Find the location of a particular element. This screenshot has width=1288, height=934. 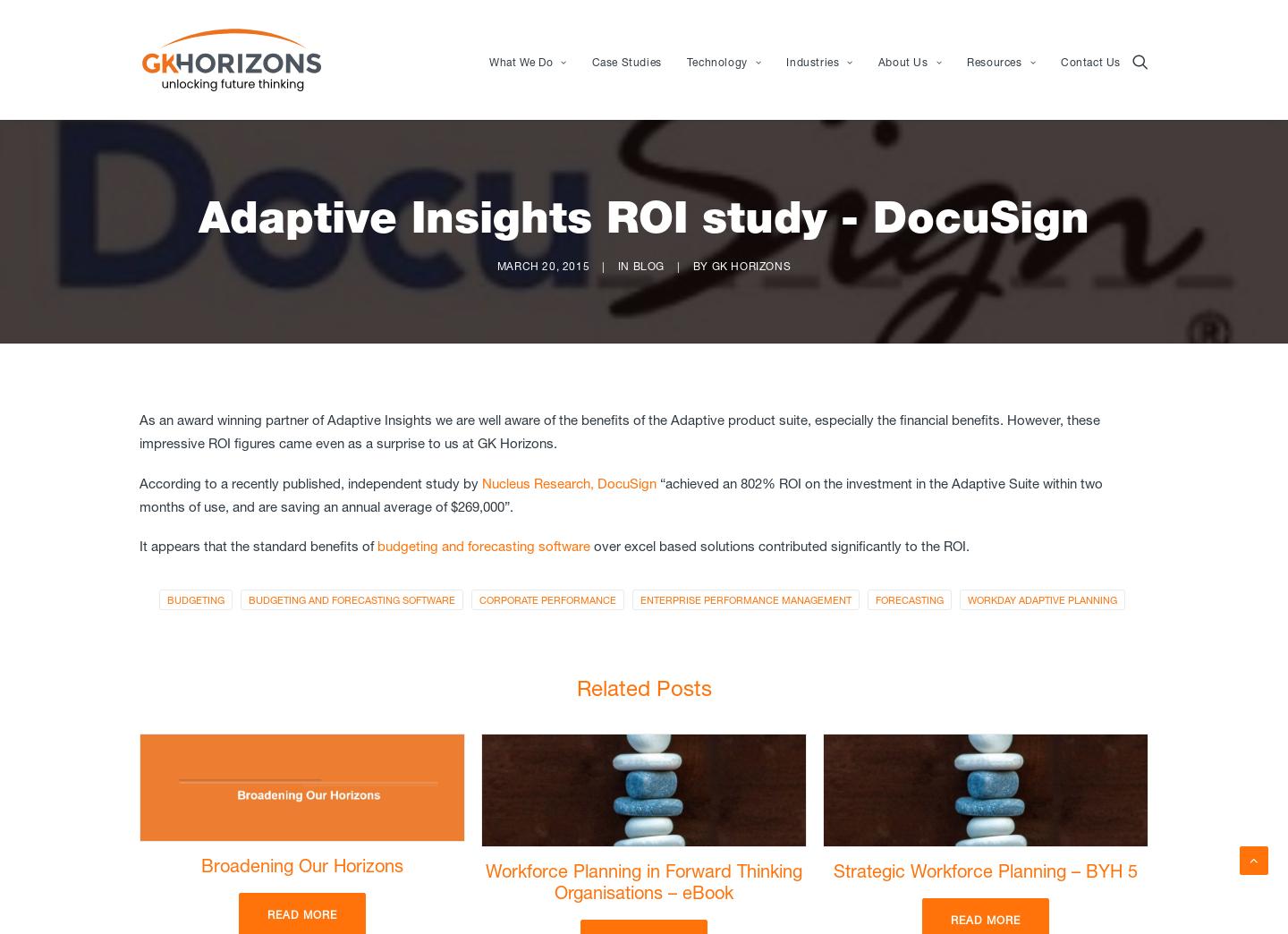

'Strategic Workforce Planning – BYH 5' is located at coordinates (985, 870).